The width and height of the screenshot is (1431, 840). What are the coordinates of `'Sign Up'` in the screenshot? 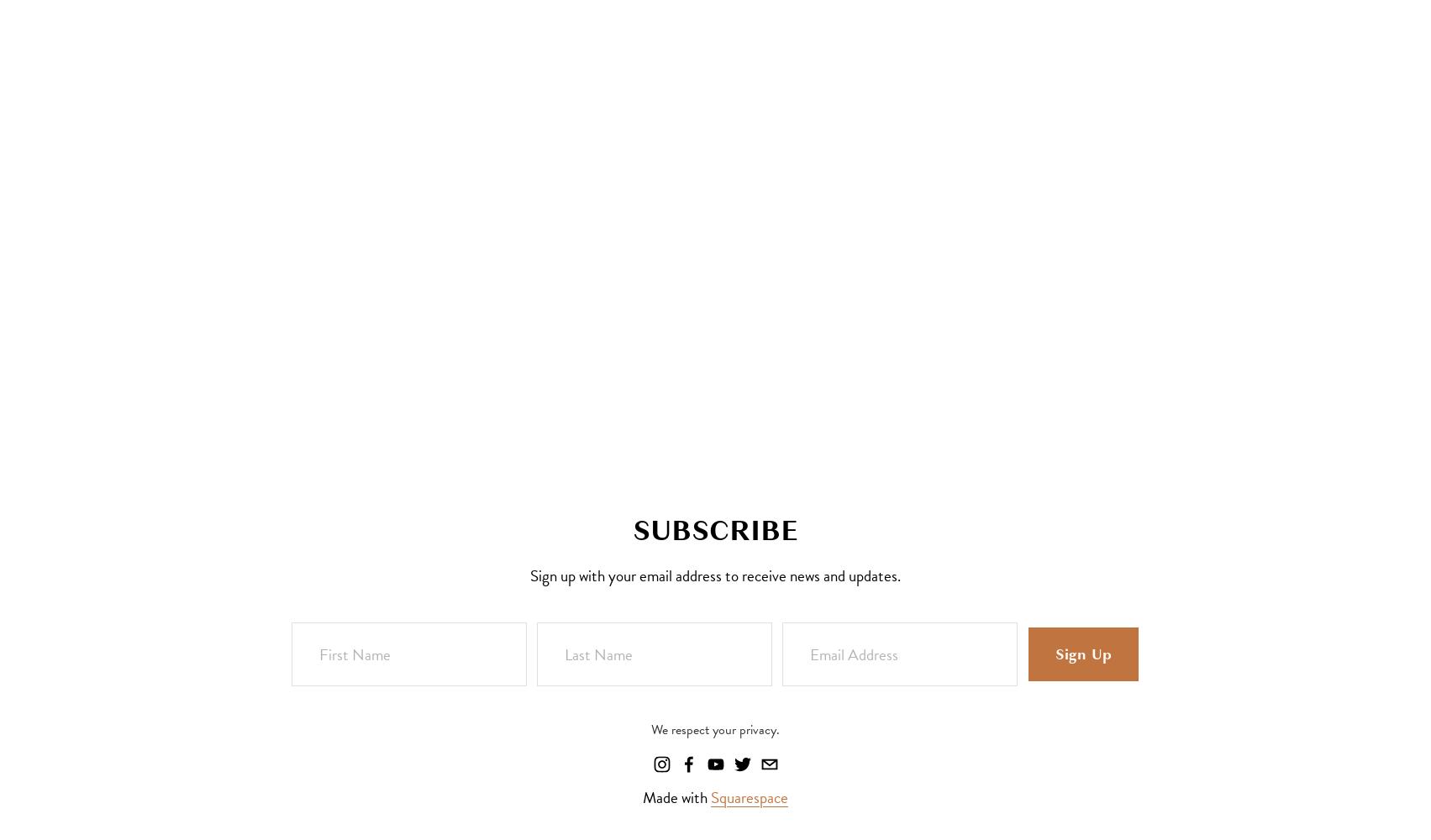 It's located at (1082, 654).